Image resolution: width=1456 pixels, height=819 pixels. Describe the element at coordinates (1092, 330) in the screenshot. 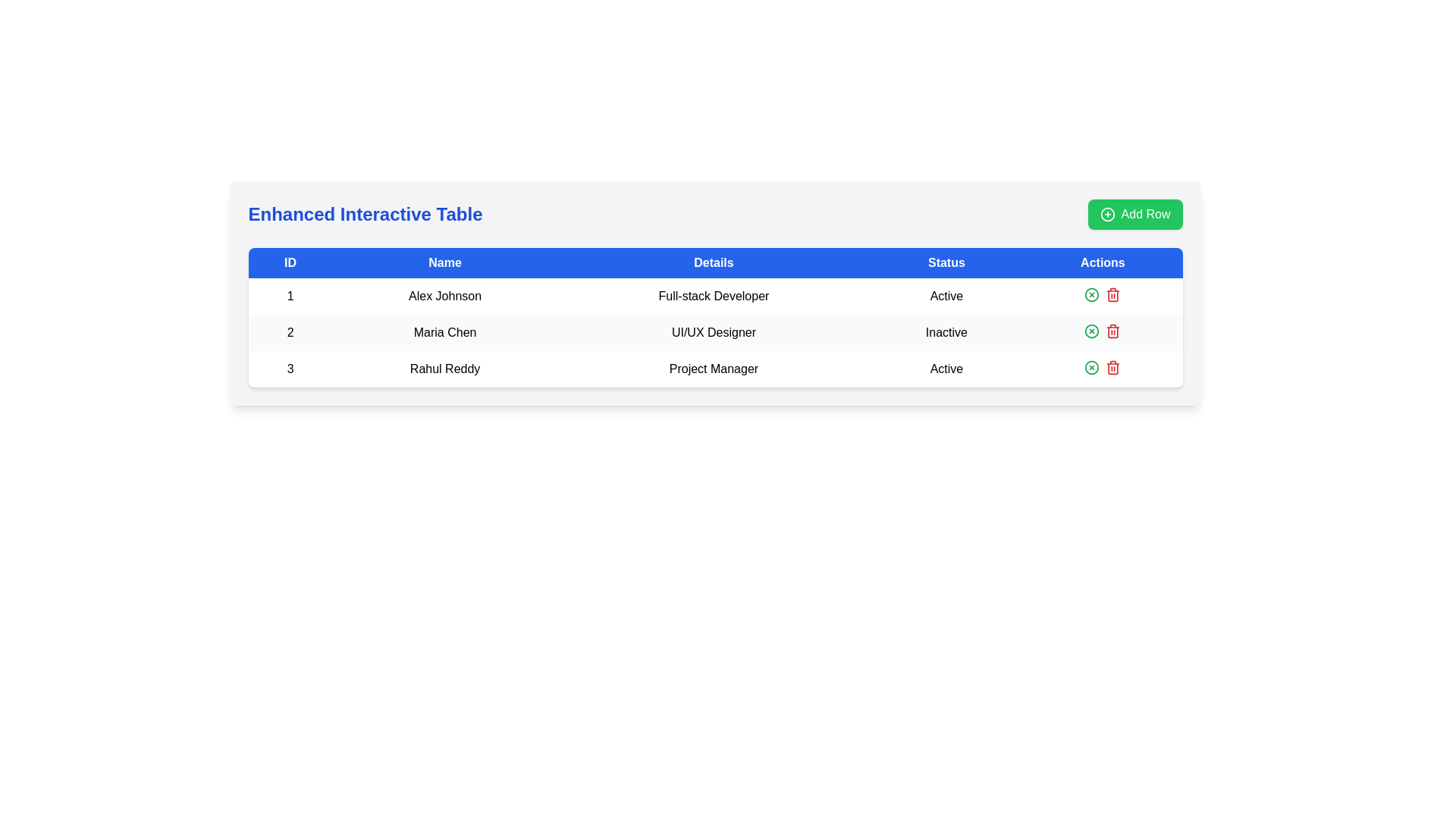

I see `the green circular button with a cross mark inside it, located in the 'Actions' column of the second row of the table` at that location.